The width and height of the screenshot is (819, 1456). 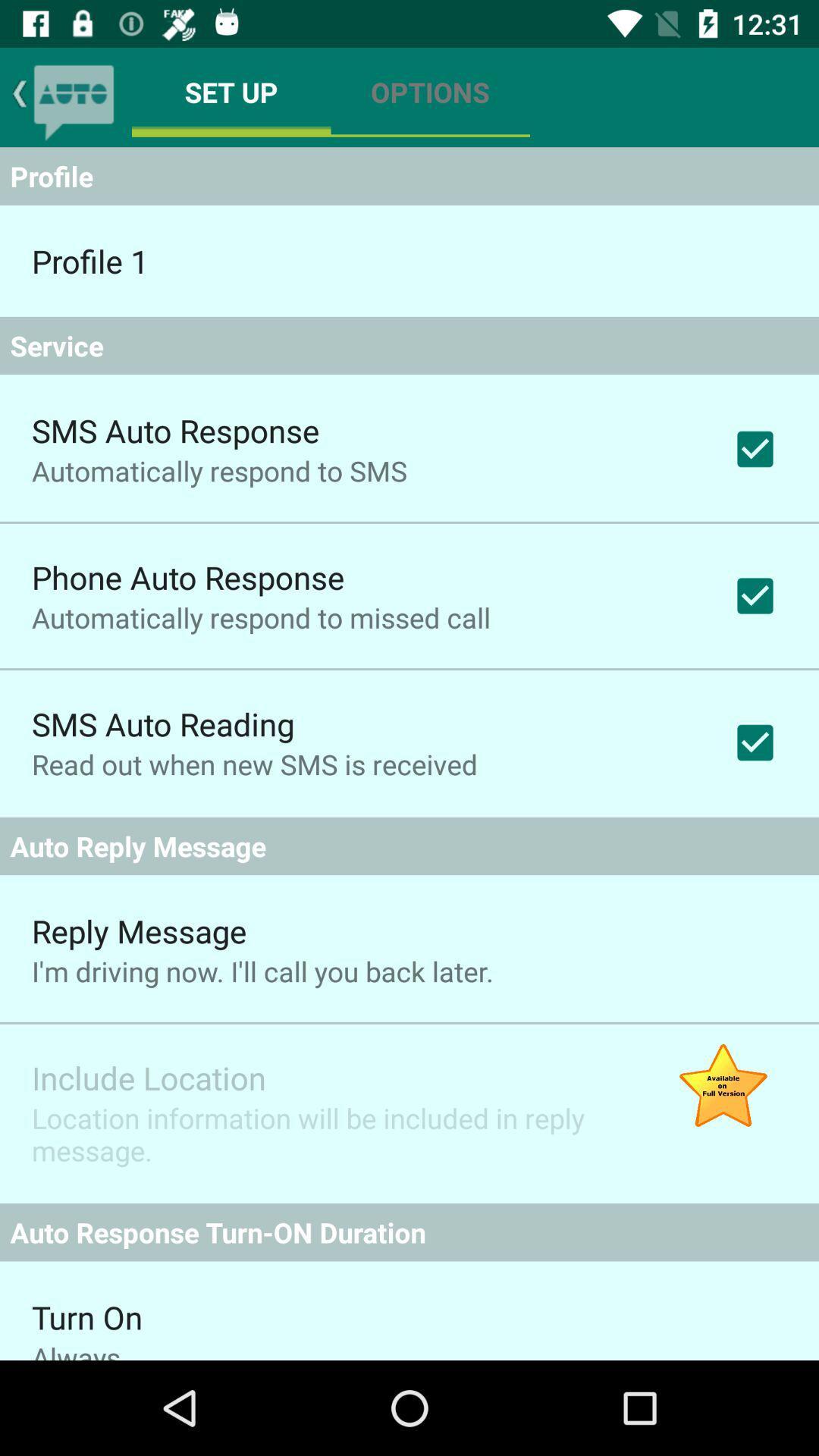 I want to click on auto response, so click(x=74, y=96).